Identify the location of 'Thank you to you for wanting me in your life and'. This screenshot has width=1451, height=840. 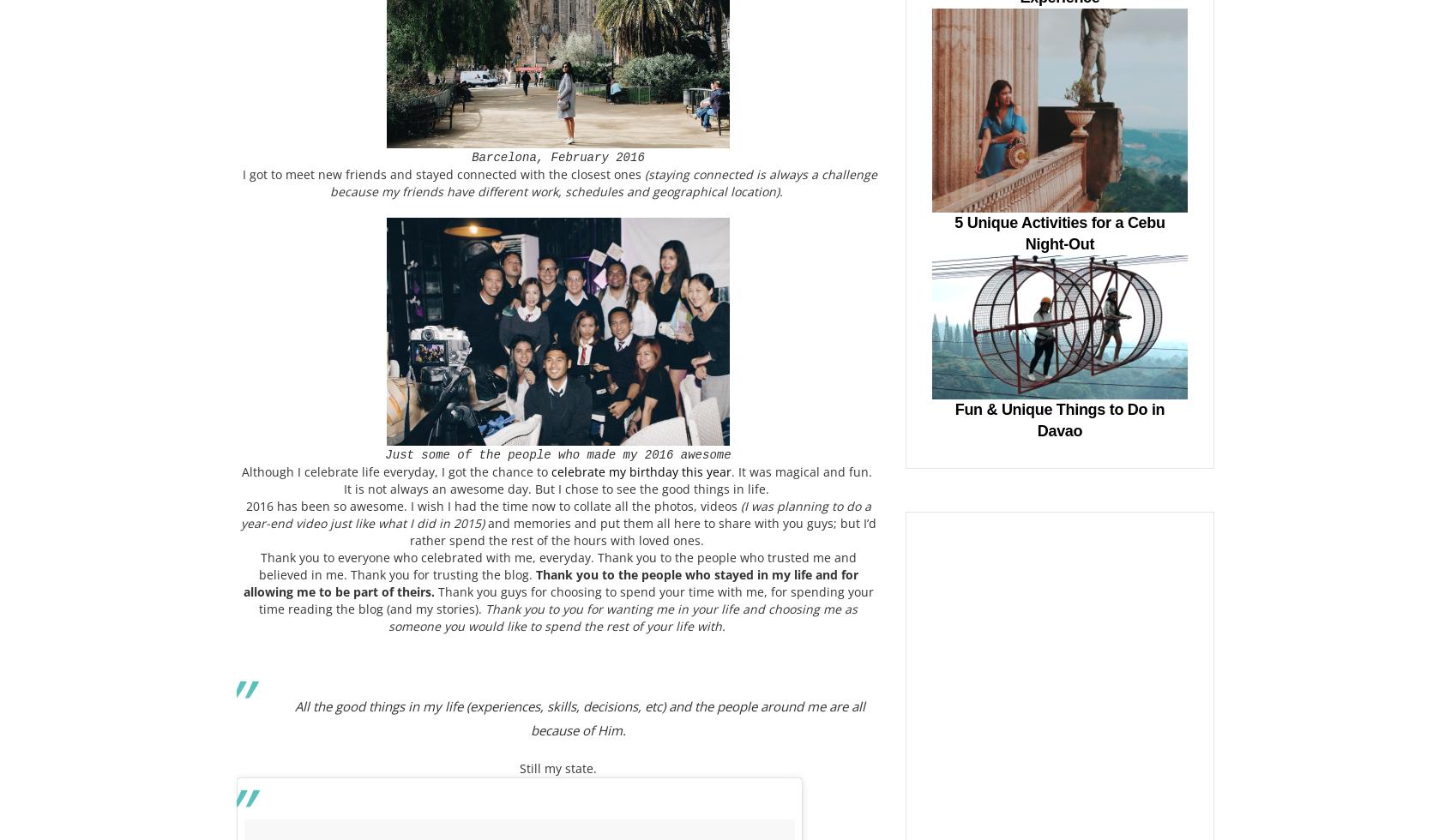
(625, 609).